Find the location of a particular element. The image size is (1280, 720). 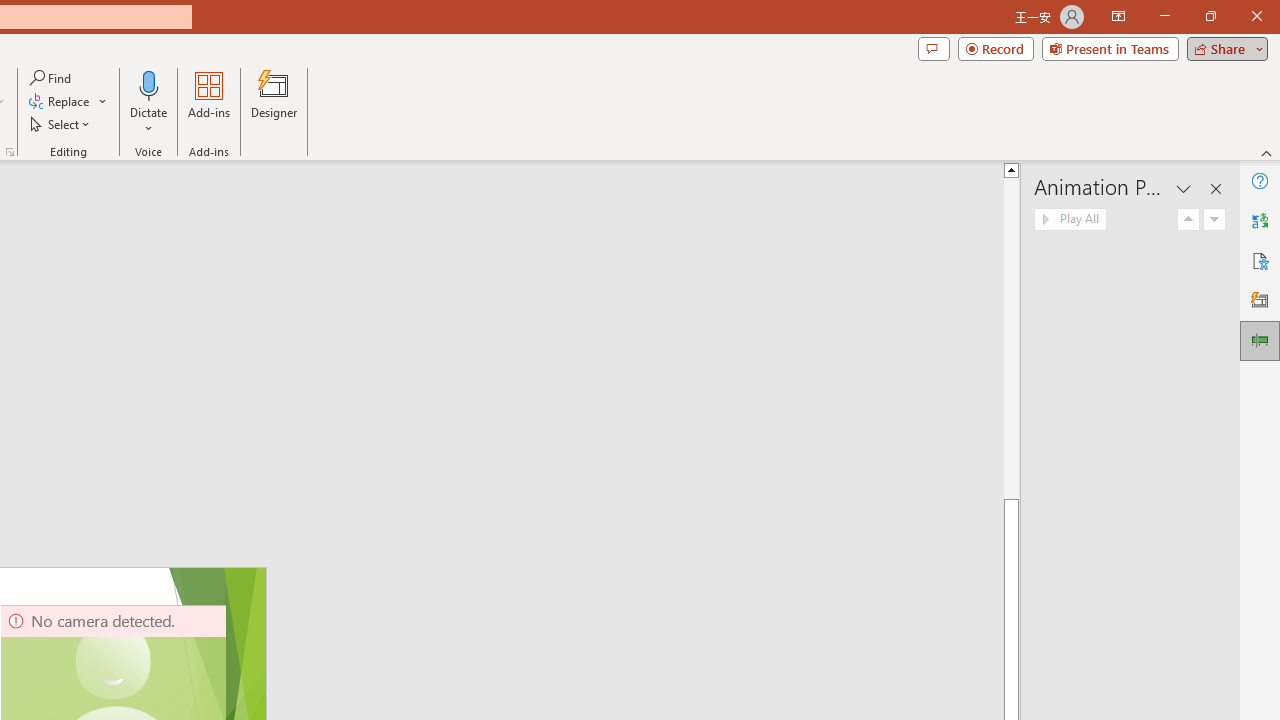

'Translator' is located at coordinates (1259, 221).